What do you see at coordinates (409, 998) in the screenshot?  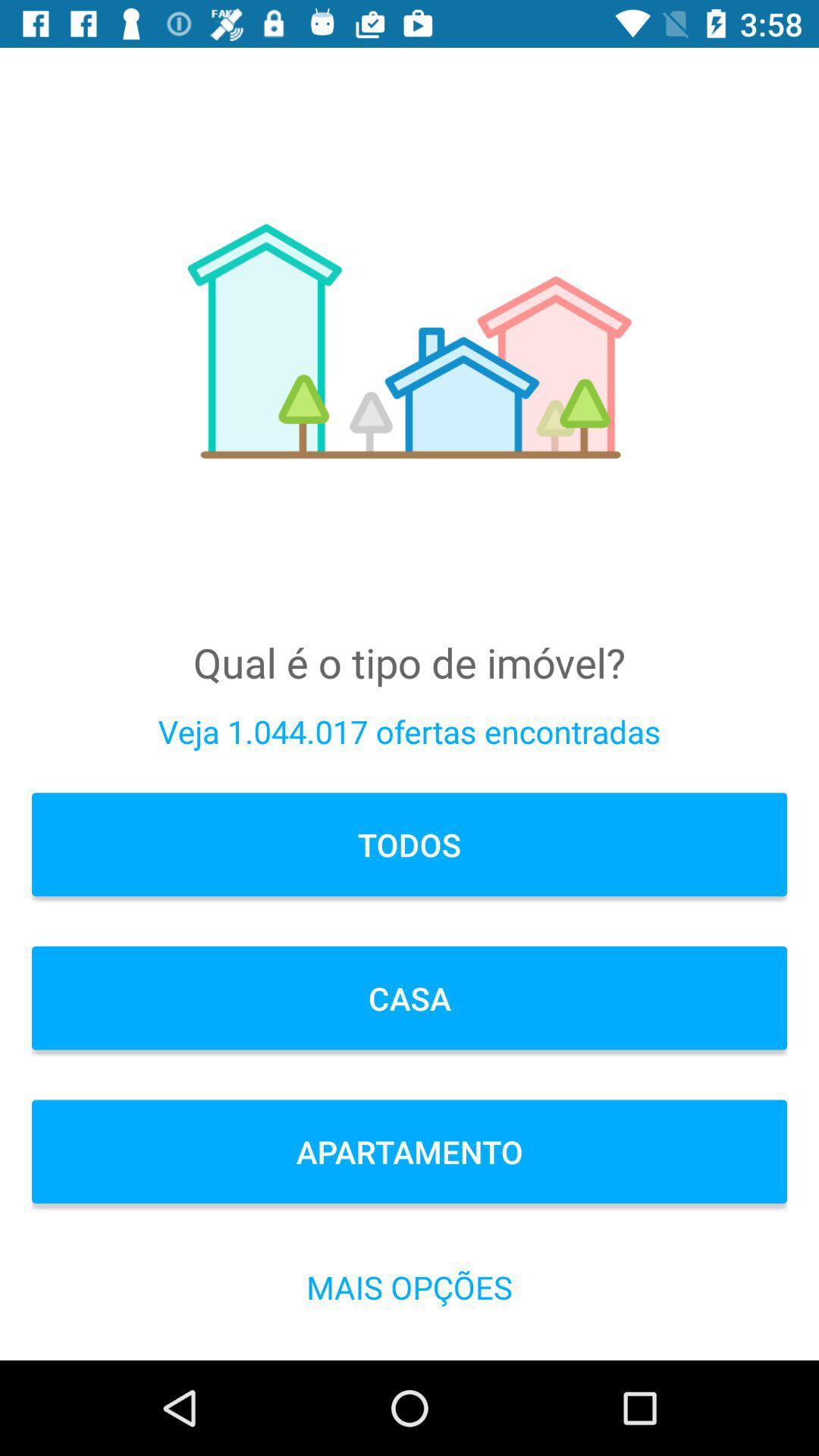 I see `icon above apartamento` at bounding box center [409, 998].